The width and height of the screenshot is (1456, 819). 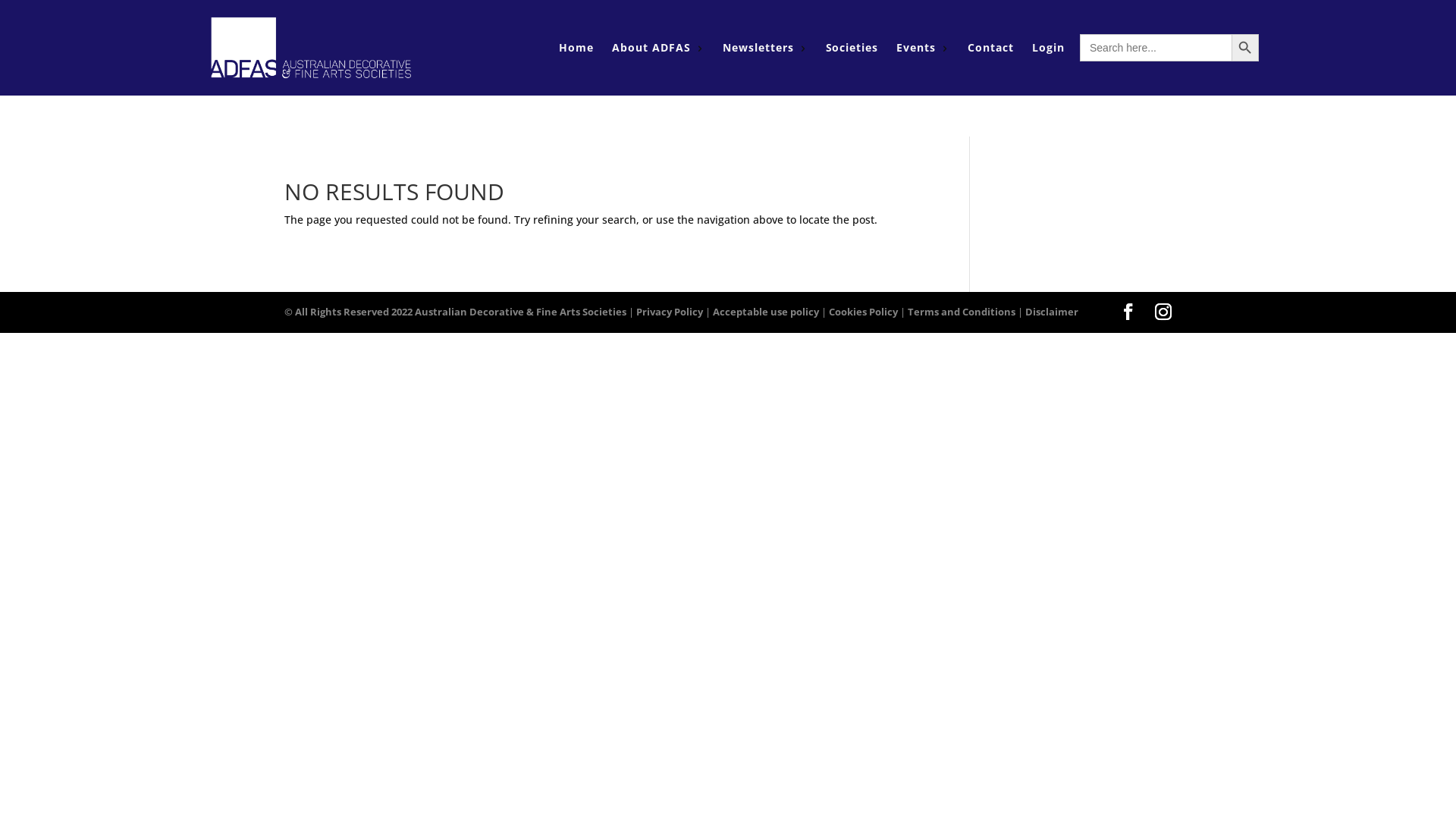 What do you see at coordinates (863, 311) in the screenshot?
I see `'Cookies Policy'` at bounding box center [863, 311].